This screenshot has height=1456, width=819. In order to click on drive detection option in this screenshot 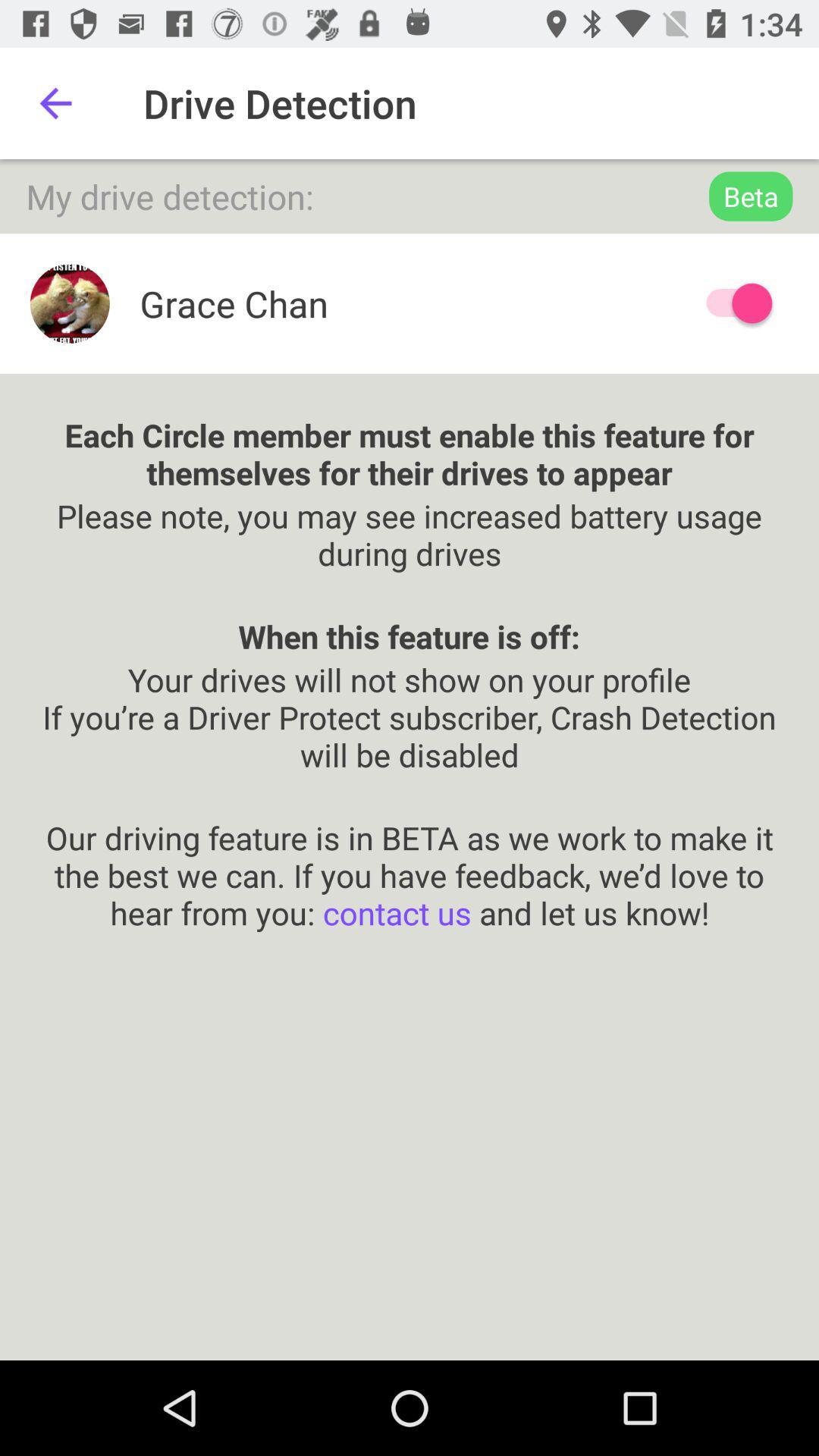, I will do `click(731, 303)`.